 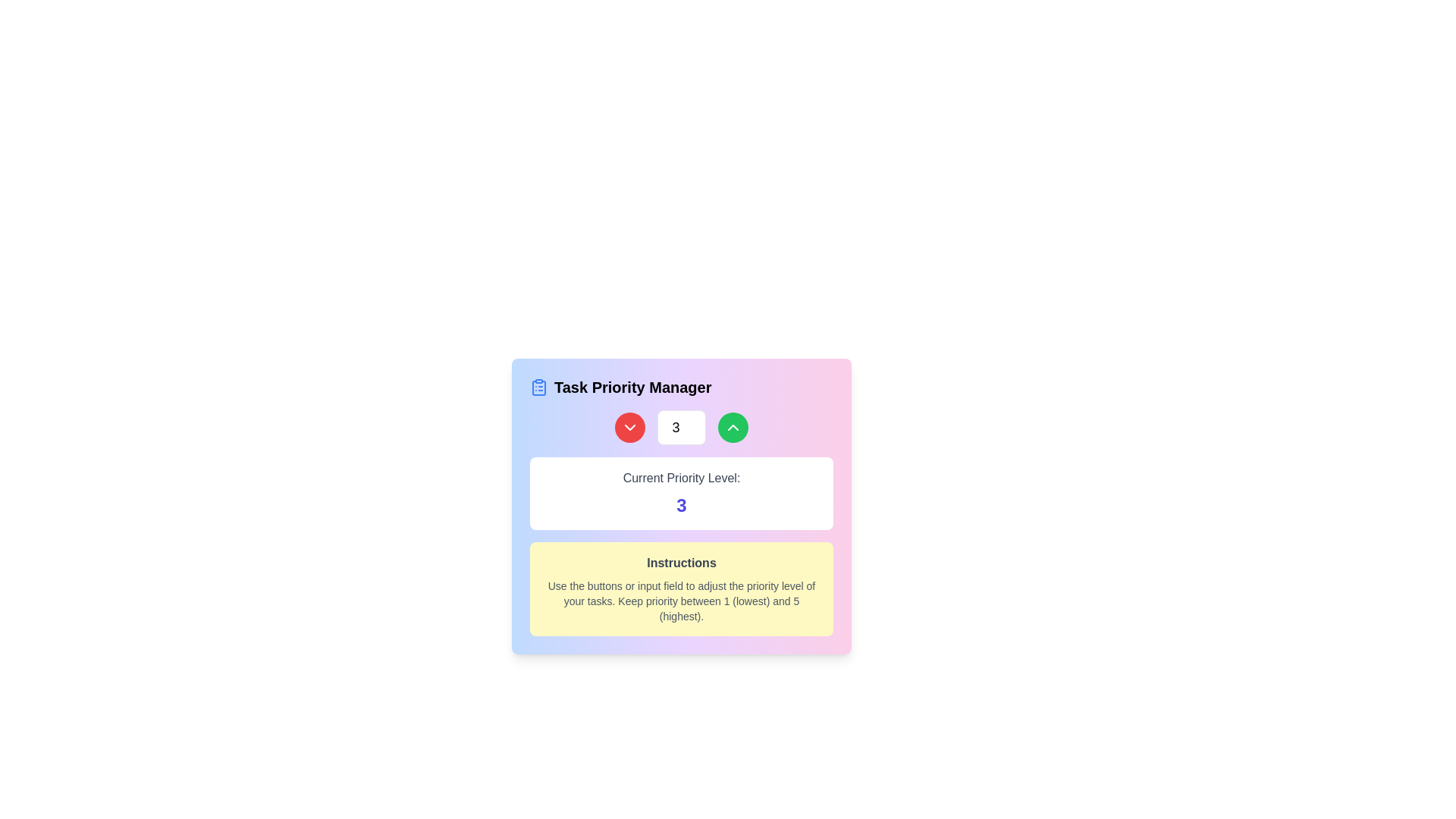 What do you see at coordinates (538, 388) in the screenshot?
I see `the 'Task Priority Manager' icon located in the header section, which is directly to the left of the text 'Task Priority Manager'` at bounding box center [538, 388].